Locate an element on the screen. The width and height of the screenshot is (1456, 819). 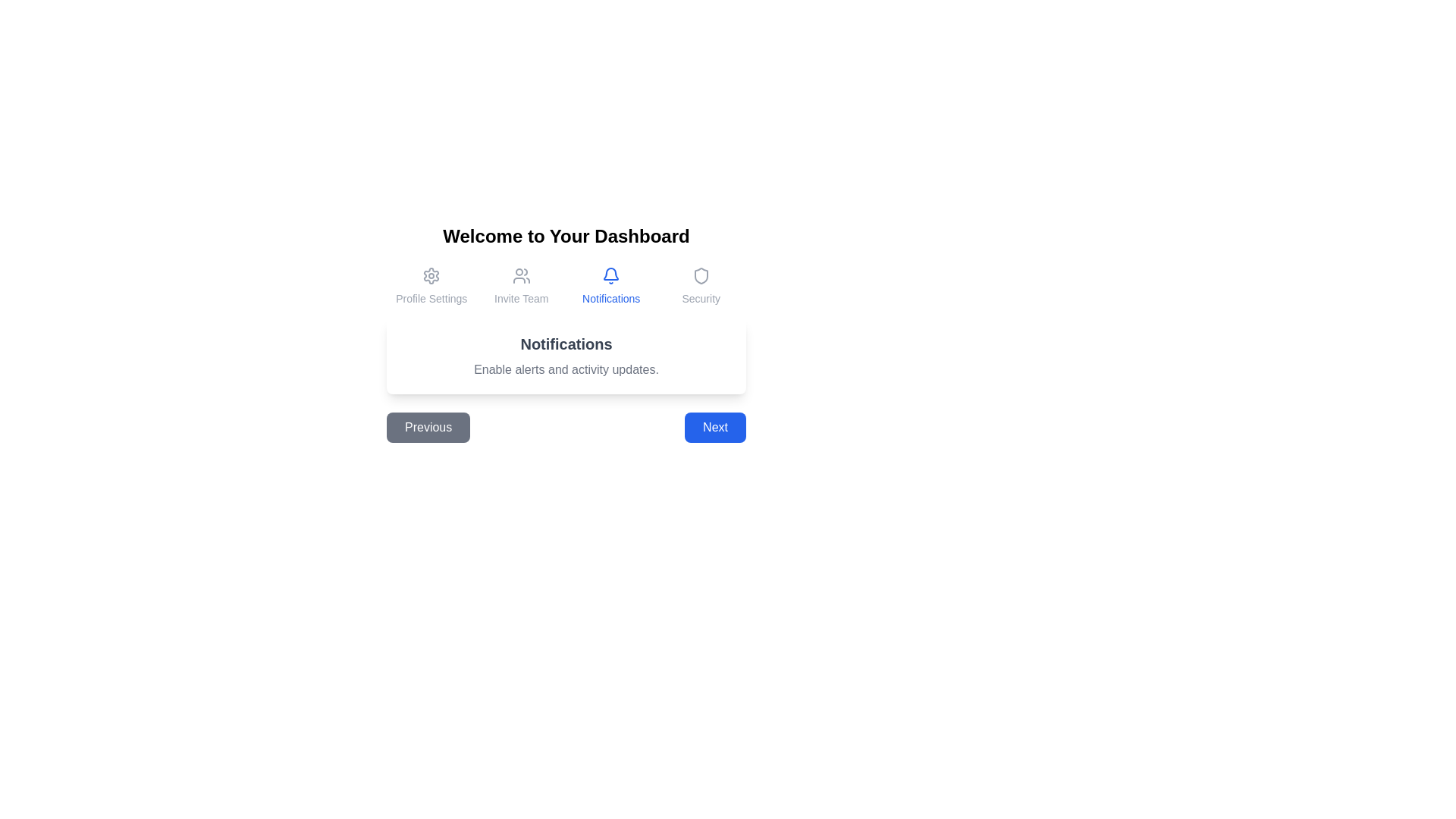
the welcome message text element that serves as the title for the dashboard interface, which is centrally aligned above the smaller buttons is located at coordinates (566, 237).